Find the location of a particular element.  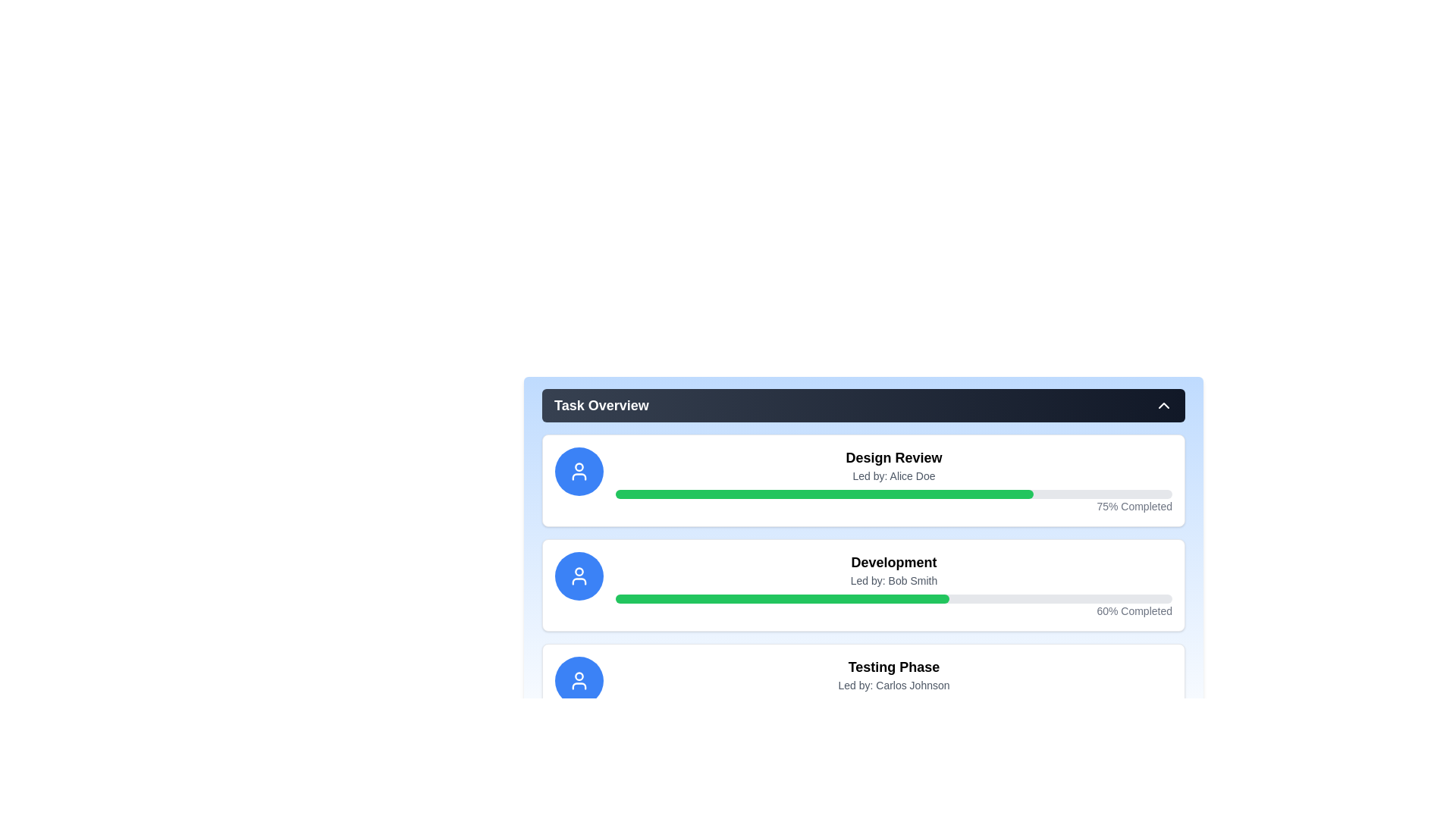

the progress bar styled as a rounded rectangle with a gray background and a green filled section, located under the 'Design Review' heading and above '75% Completed' is located at coordinates (894, 494).